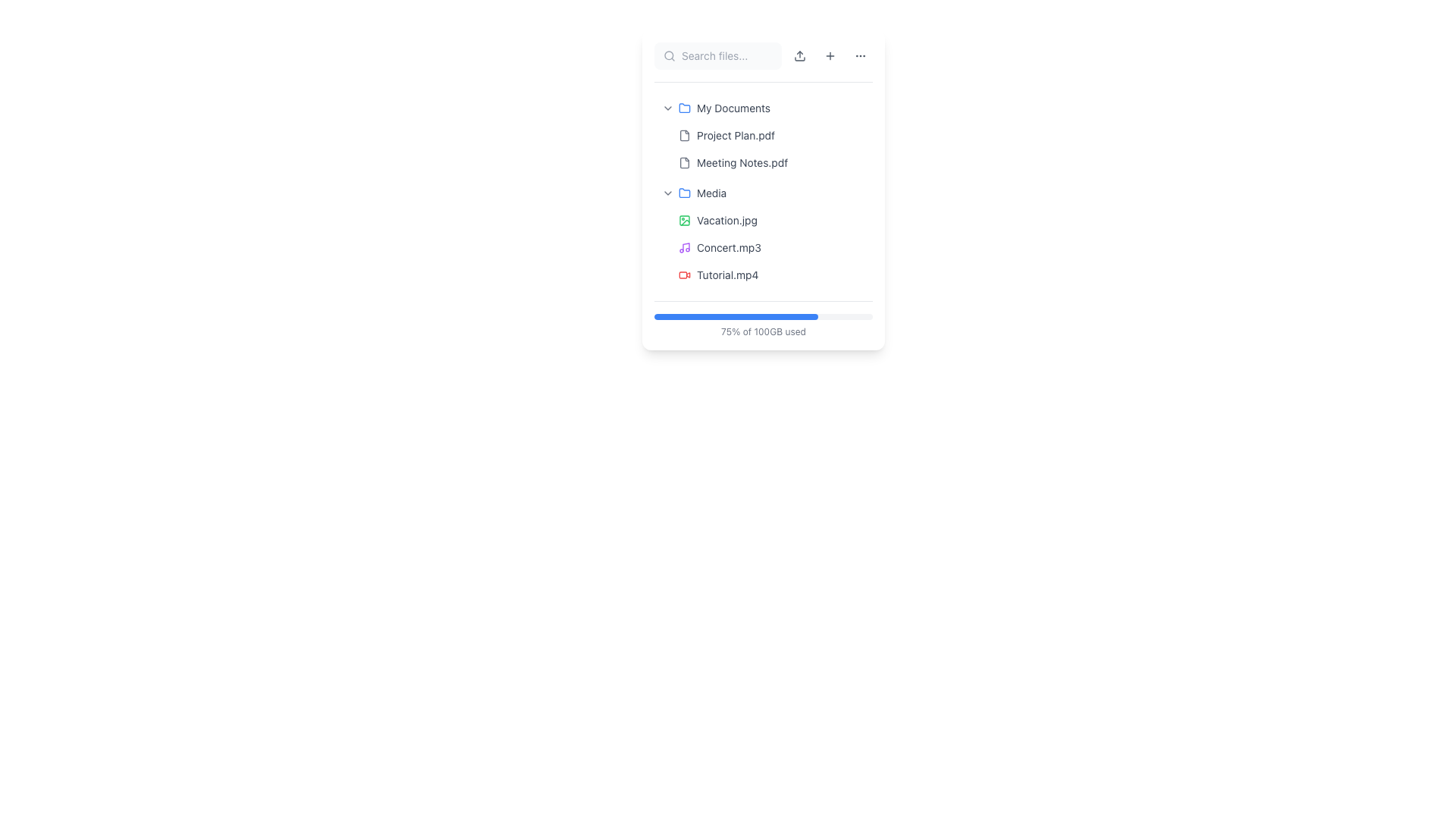 The height and width of the screenshot is (819, 1456). I want to click on the label identifying the folder named 'My Documents', which is positioned adjacent to a blue folder icon and a chevron icon, so click(733, 107).